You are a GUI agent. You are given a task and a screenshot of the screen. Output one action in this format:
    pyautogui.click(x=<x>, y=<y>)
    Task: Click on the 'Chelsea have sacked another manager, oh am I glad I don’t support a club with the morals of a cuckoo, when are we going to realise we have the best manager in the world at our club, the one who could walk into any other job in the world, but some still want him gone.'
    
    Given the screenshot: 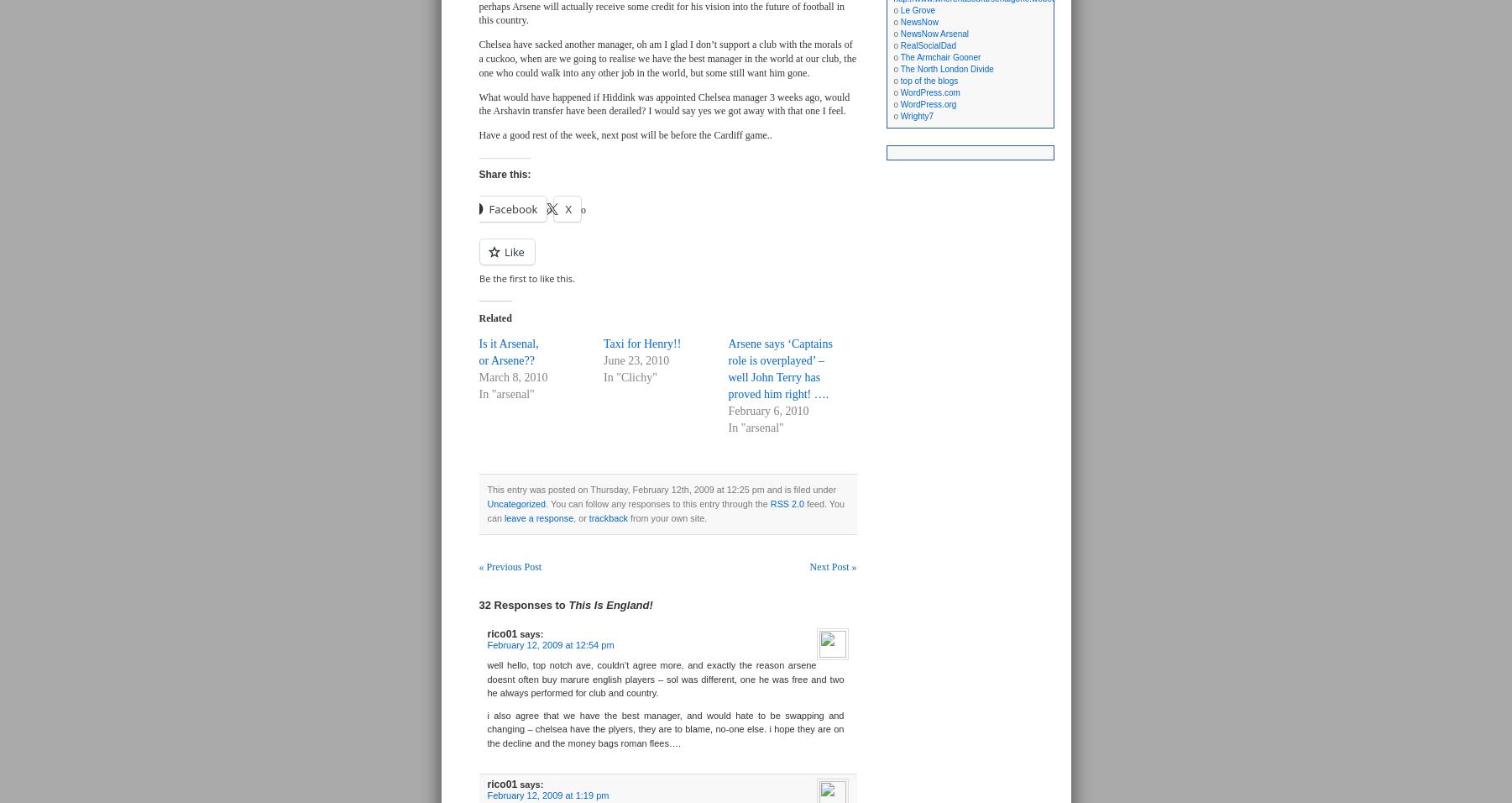 What is the action you would take?
    pyautogui.click(x=479, y=57)
    